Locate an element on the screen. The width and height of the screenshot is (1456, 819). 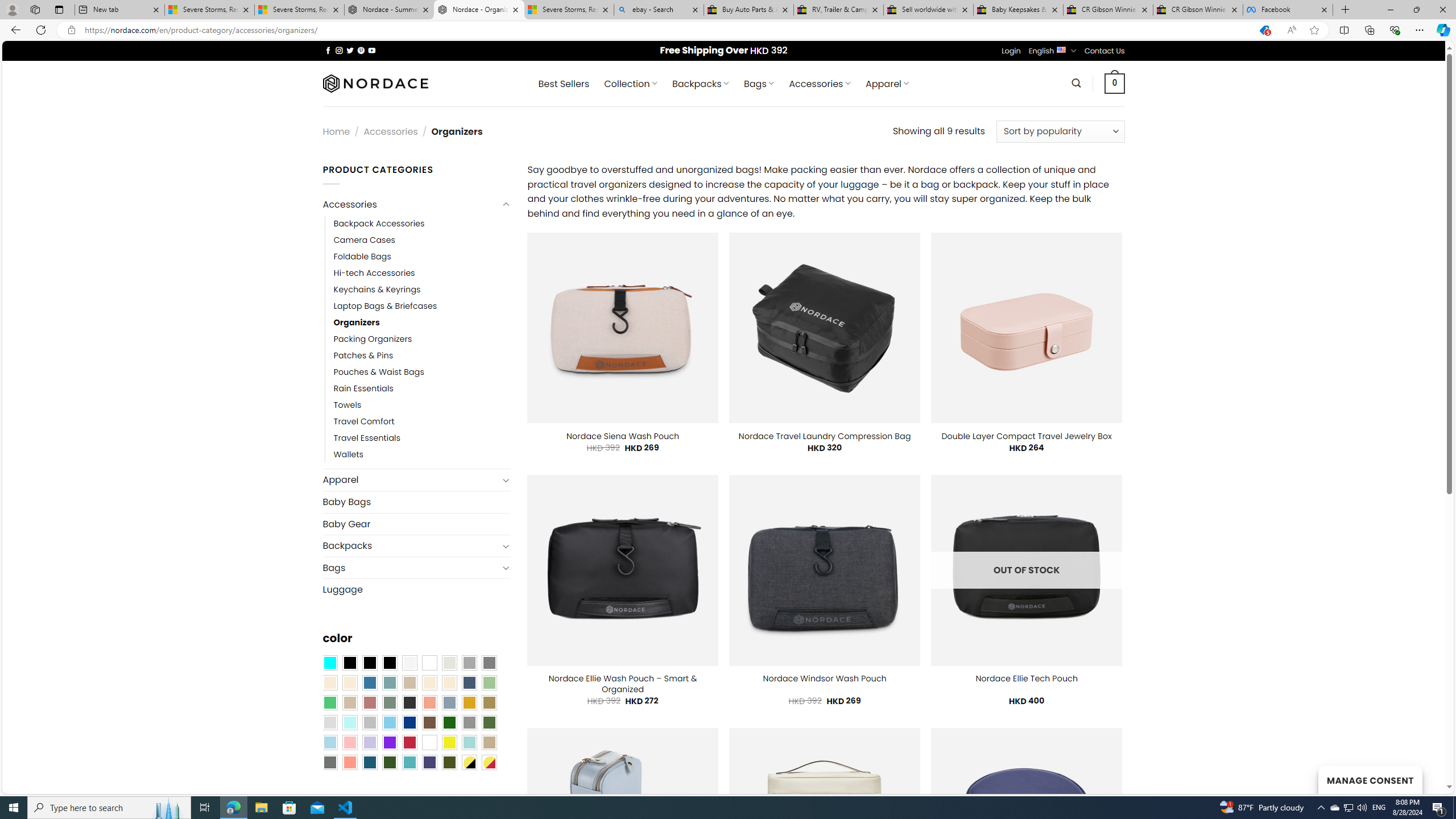
'Travel Comfort' is located at coordinates (421, 422).